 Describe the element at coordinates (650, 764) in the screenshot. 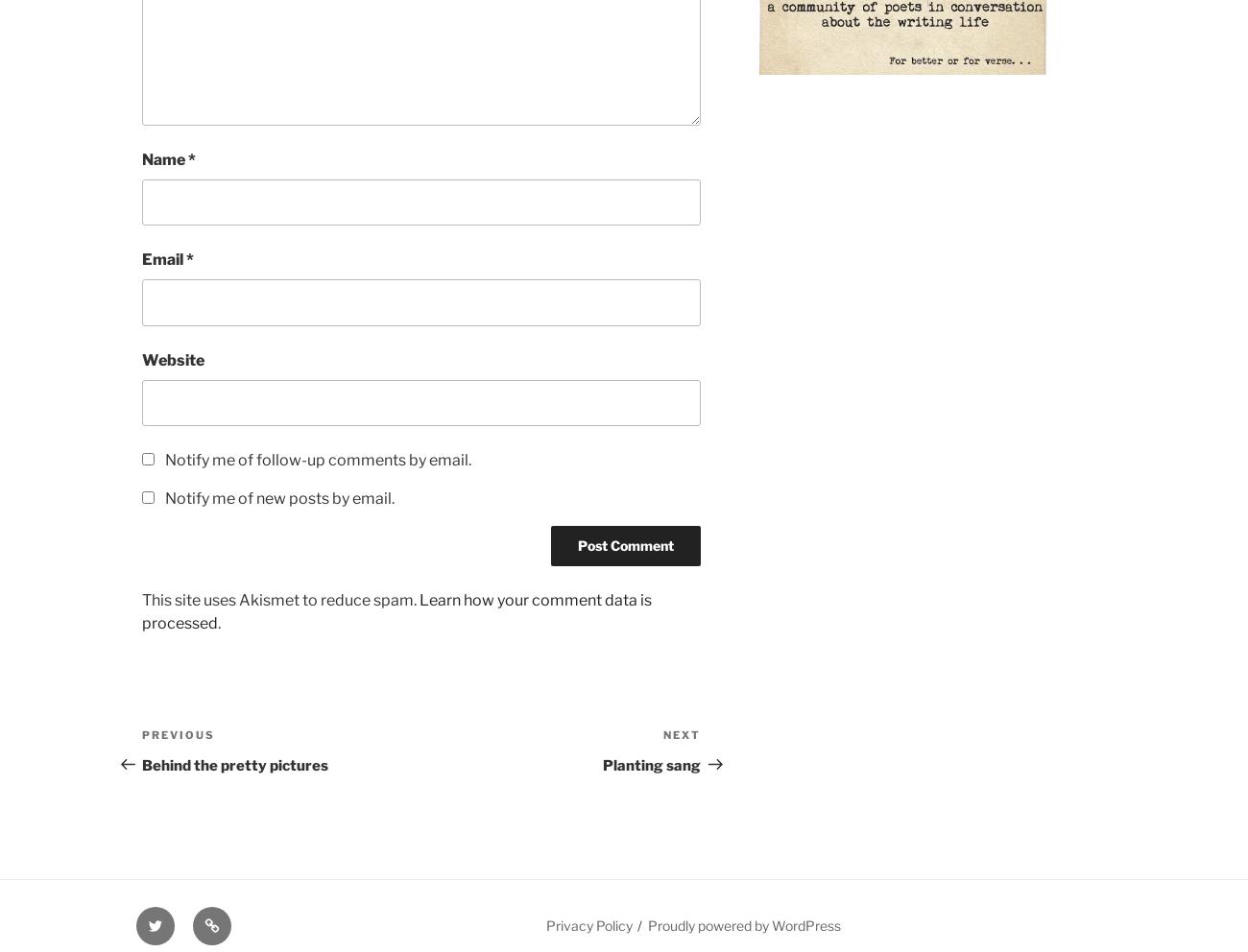

I see `'Planting sang'` at that location.